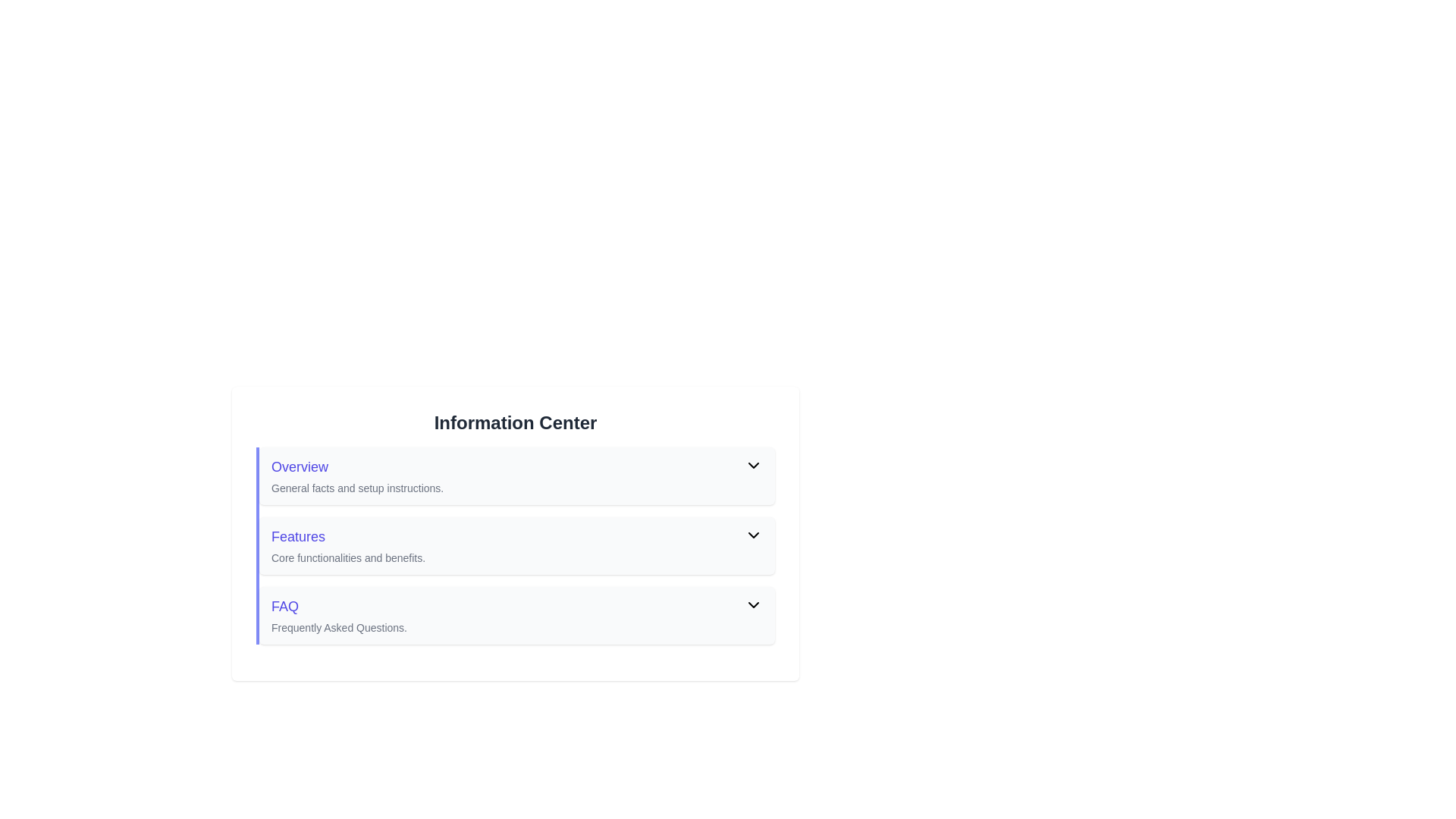 This screenshot has width=1456, height=819. I want to click on the 'Features' collapsible information section, which has a light gray background and a bold indigo title, so click(516, 546).